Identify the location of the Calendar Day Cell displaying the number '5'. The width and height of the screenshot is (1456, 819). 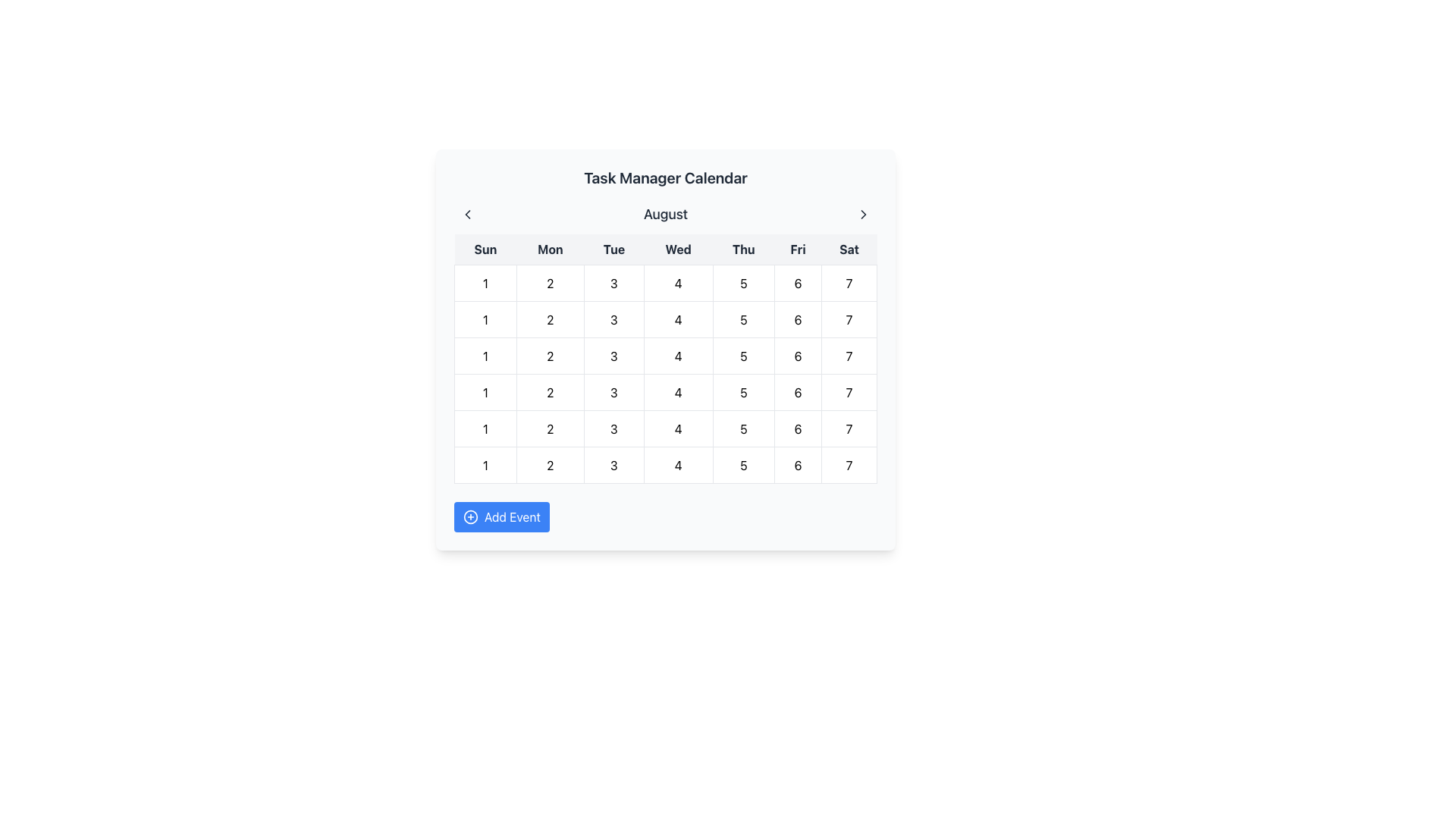
(743, 428).